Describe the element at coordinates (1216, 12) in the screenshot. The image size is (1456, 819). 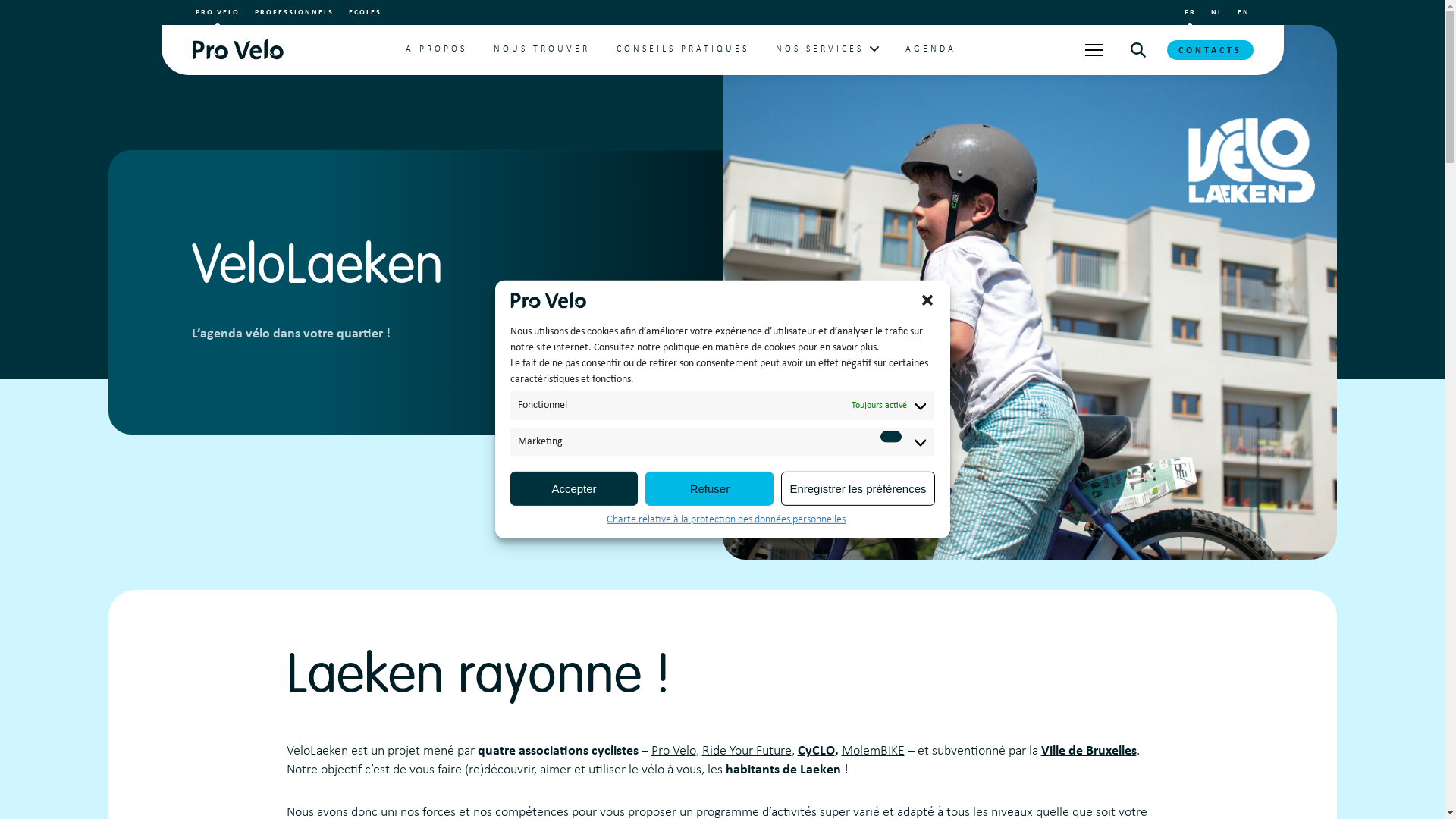
I see `'NL'` at that location.